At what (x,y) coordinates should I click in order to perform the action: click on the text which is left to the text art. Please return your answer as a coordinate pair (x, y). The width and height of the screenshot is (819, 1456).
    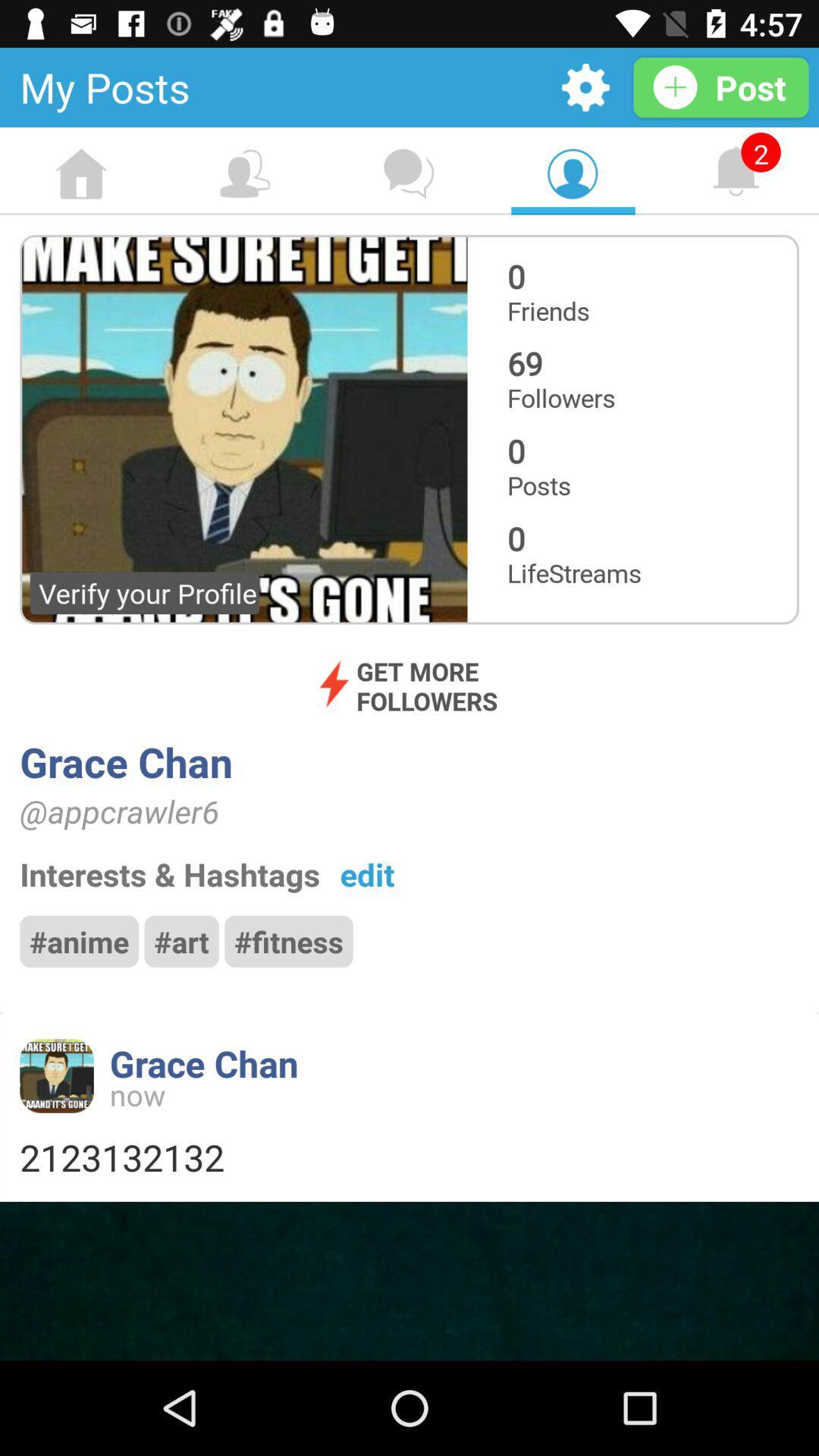
    Looking at the image, I should click on (79, 941).